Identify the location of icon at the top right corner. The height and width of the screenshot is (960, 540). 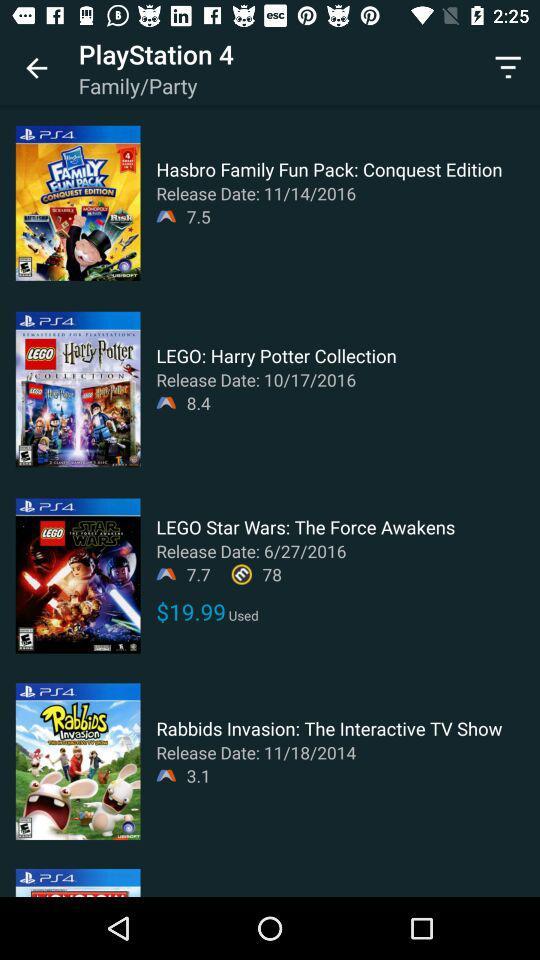
(508, 68).